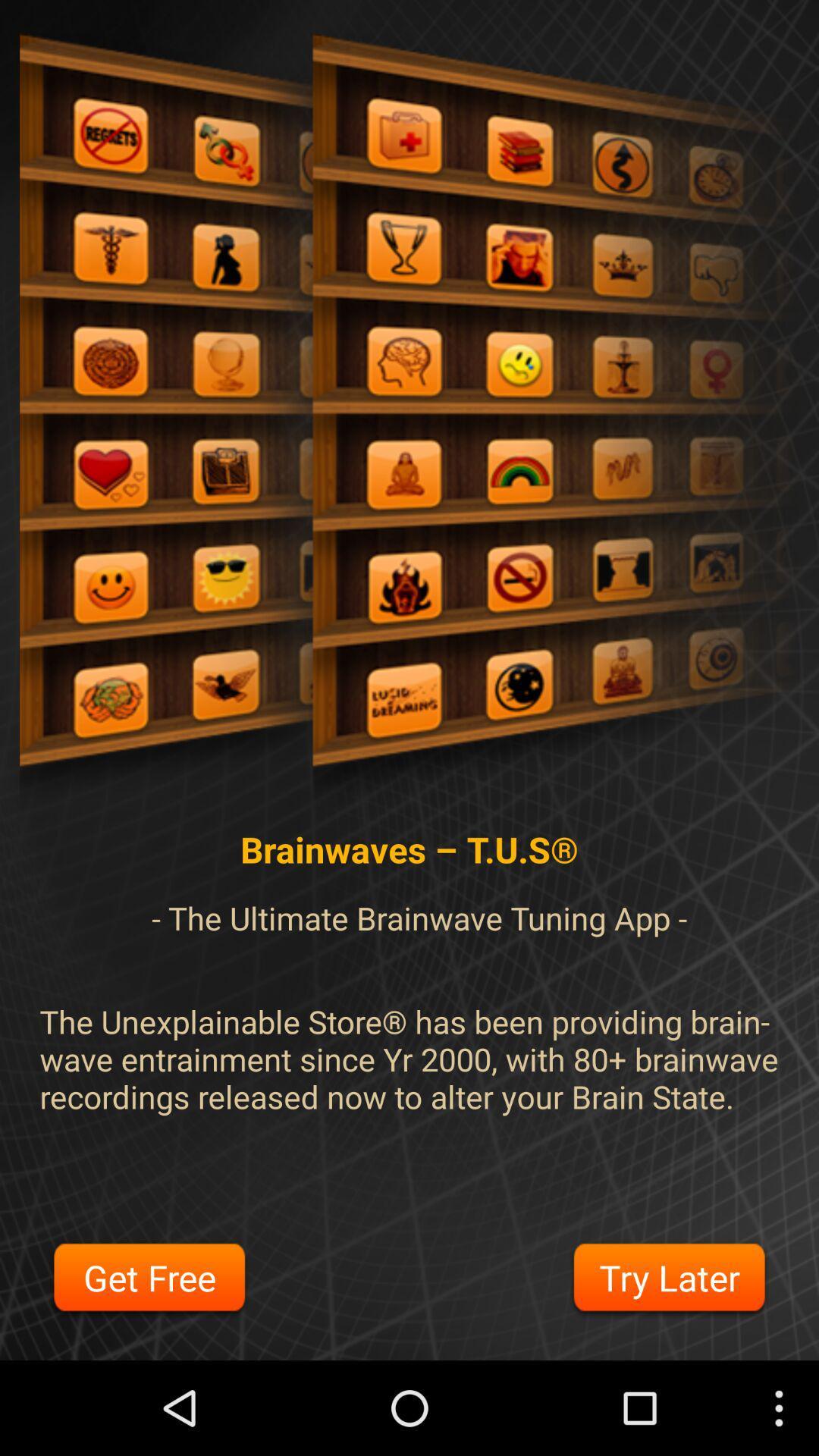 Image resolution: width=819 pixels, height=1456 pixels. What do you see at coordinates (149, 1280) in the screenshot?
I see `item to the left of the try later icon` at bounding box center [149, 1280].